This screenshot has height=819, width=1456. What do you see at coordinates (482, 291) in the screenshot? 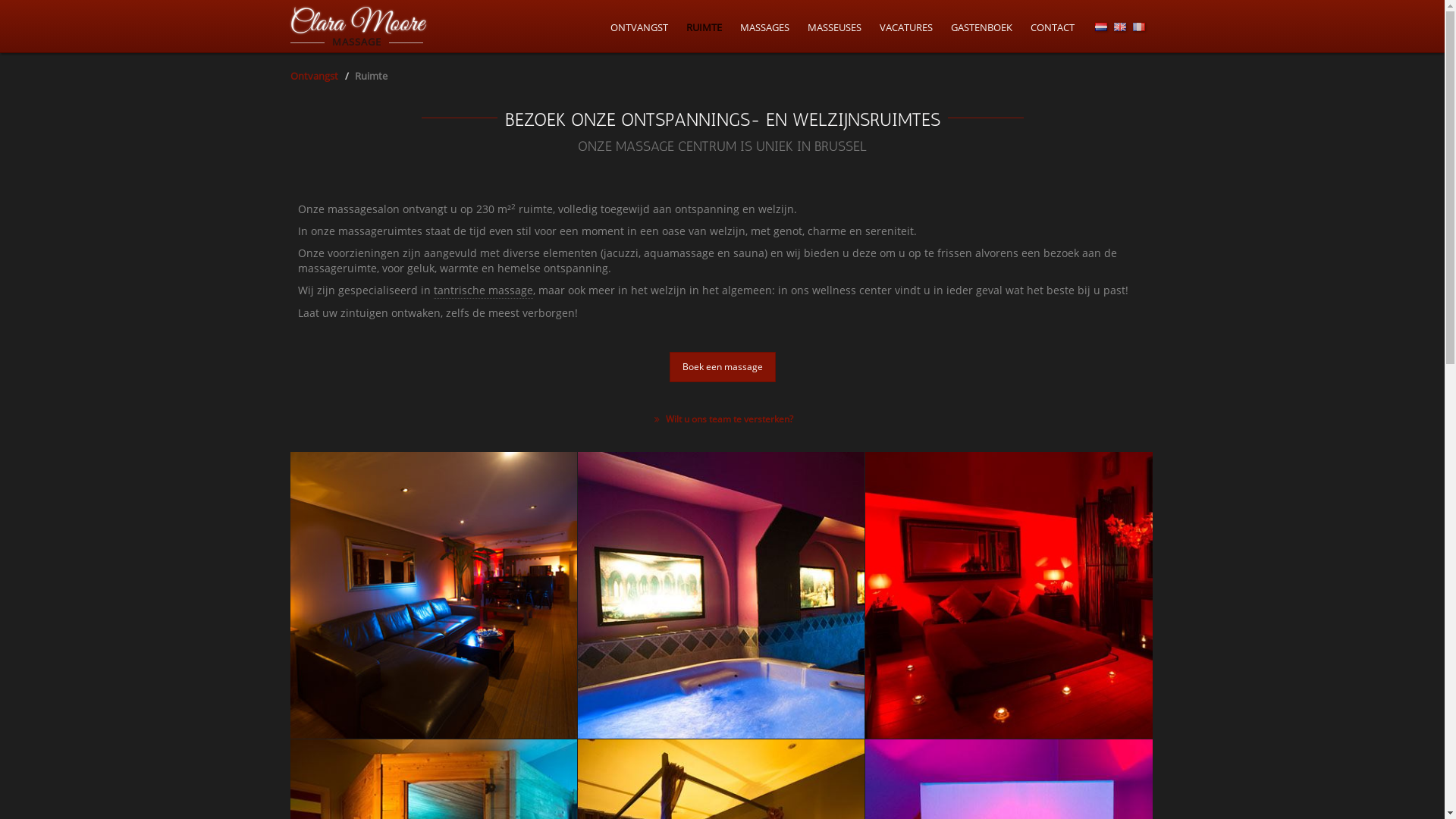
I see `'tantrische massage'` at bounding box center [482, 291].